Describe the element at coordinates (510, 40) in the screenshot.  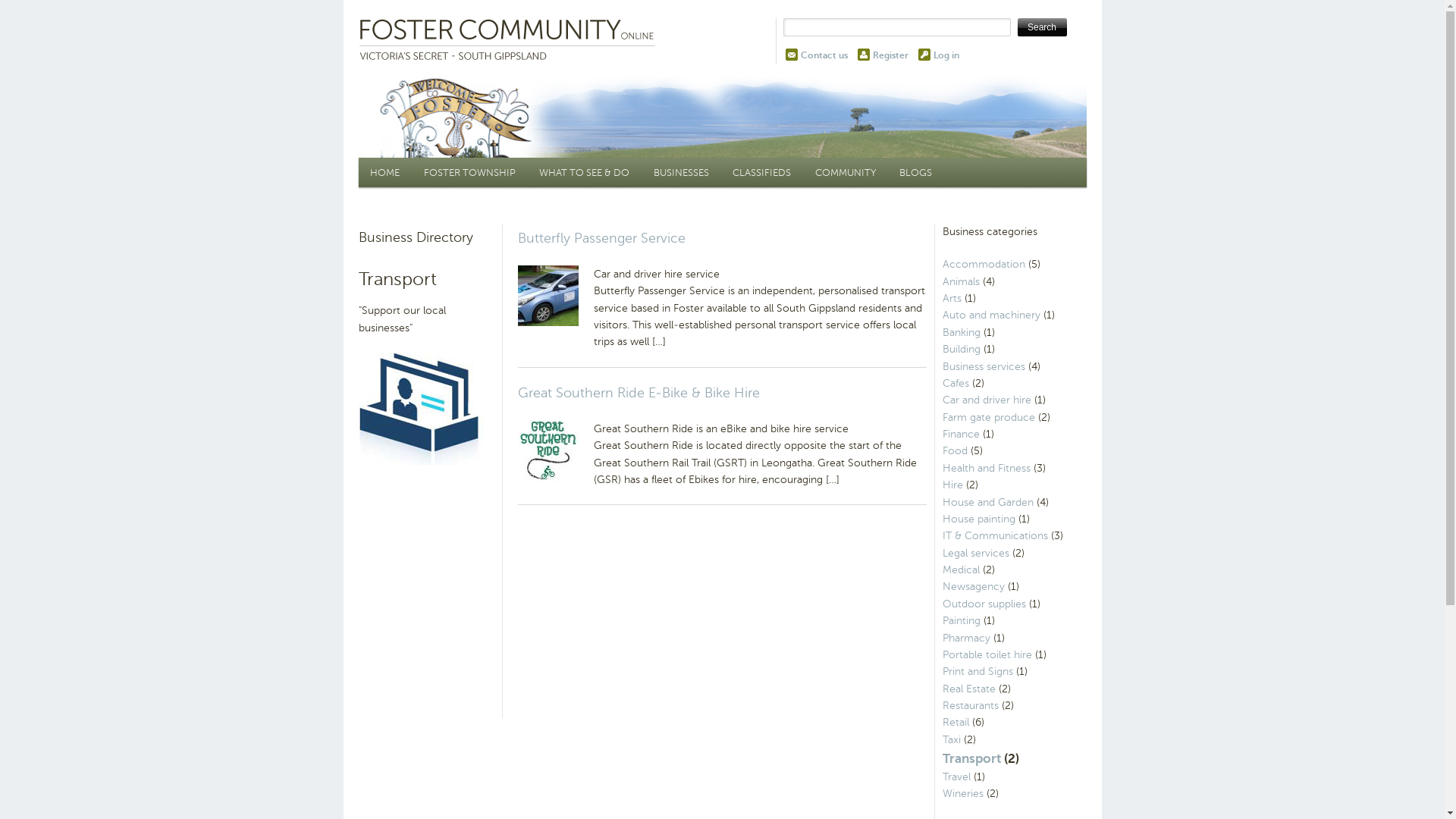
I see `'Victoria's Secret | South Gippsland: Home'` at that location.